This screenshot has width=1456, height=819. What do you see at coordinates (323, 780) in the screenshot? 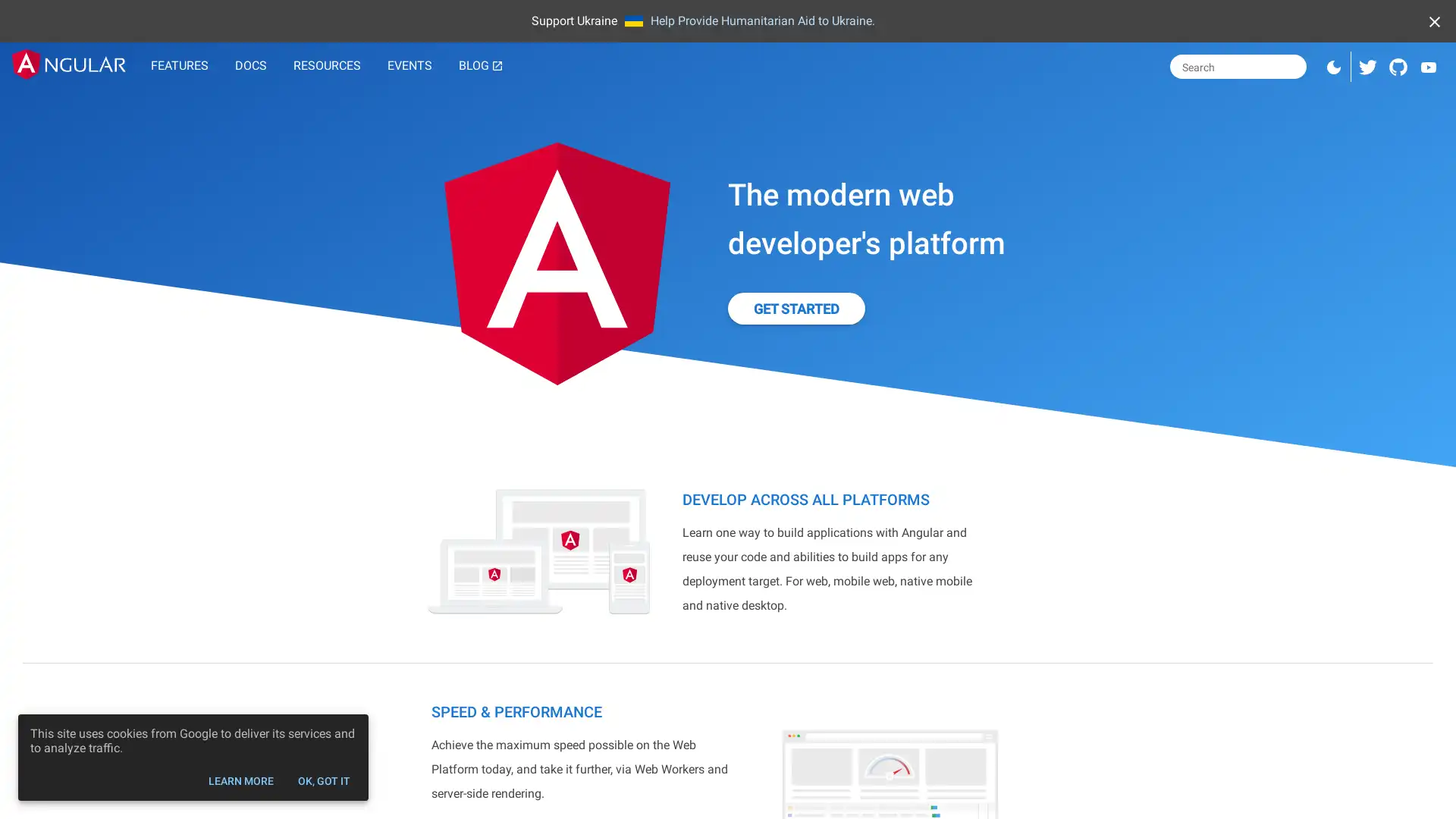
I see `OK, GOT IT` at bounding box center [323, 780].